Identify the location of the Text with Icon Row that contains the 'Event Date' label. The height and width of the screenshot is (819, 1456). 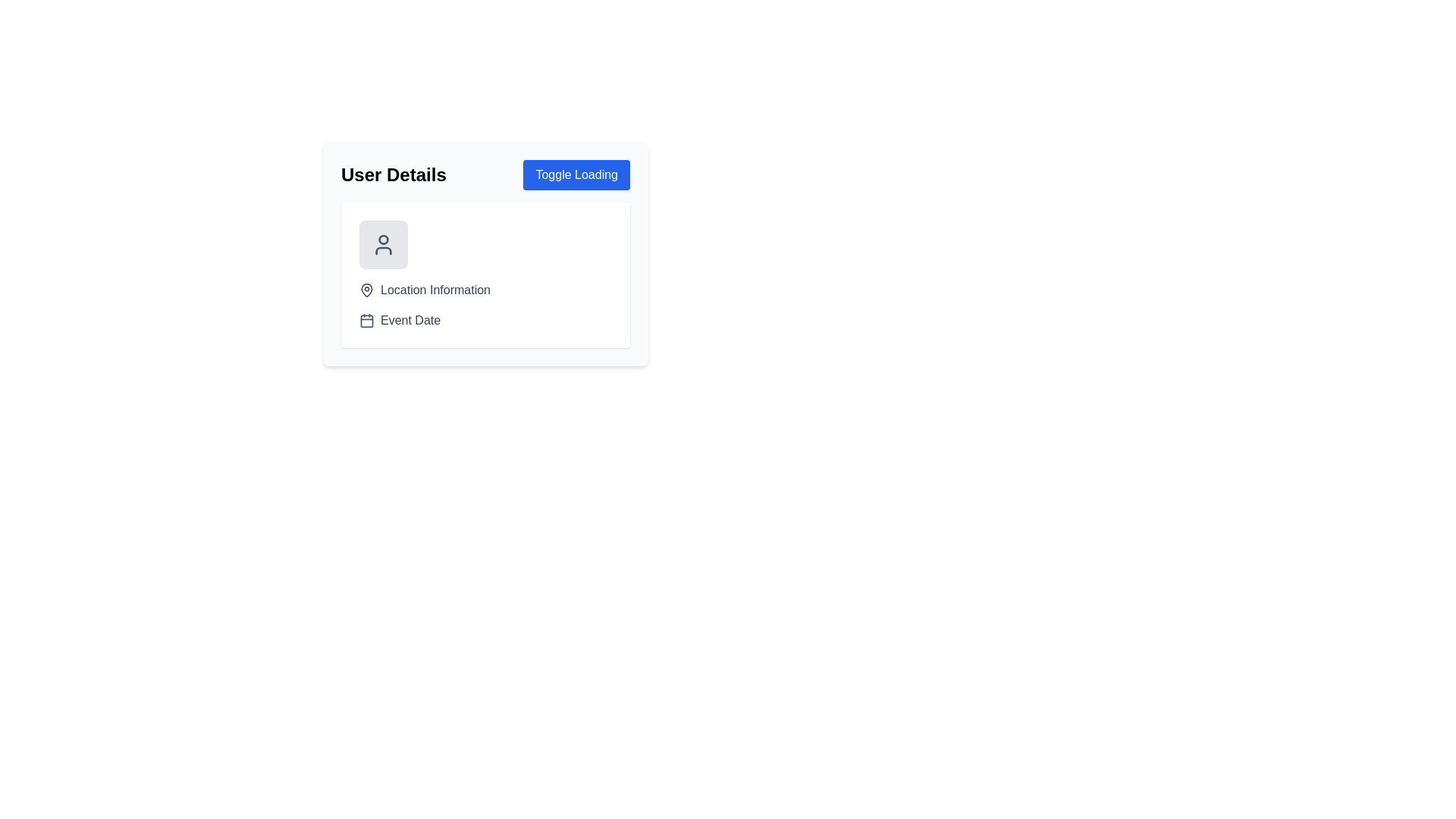
(485, 320).